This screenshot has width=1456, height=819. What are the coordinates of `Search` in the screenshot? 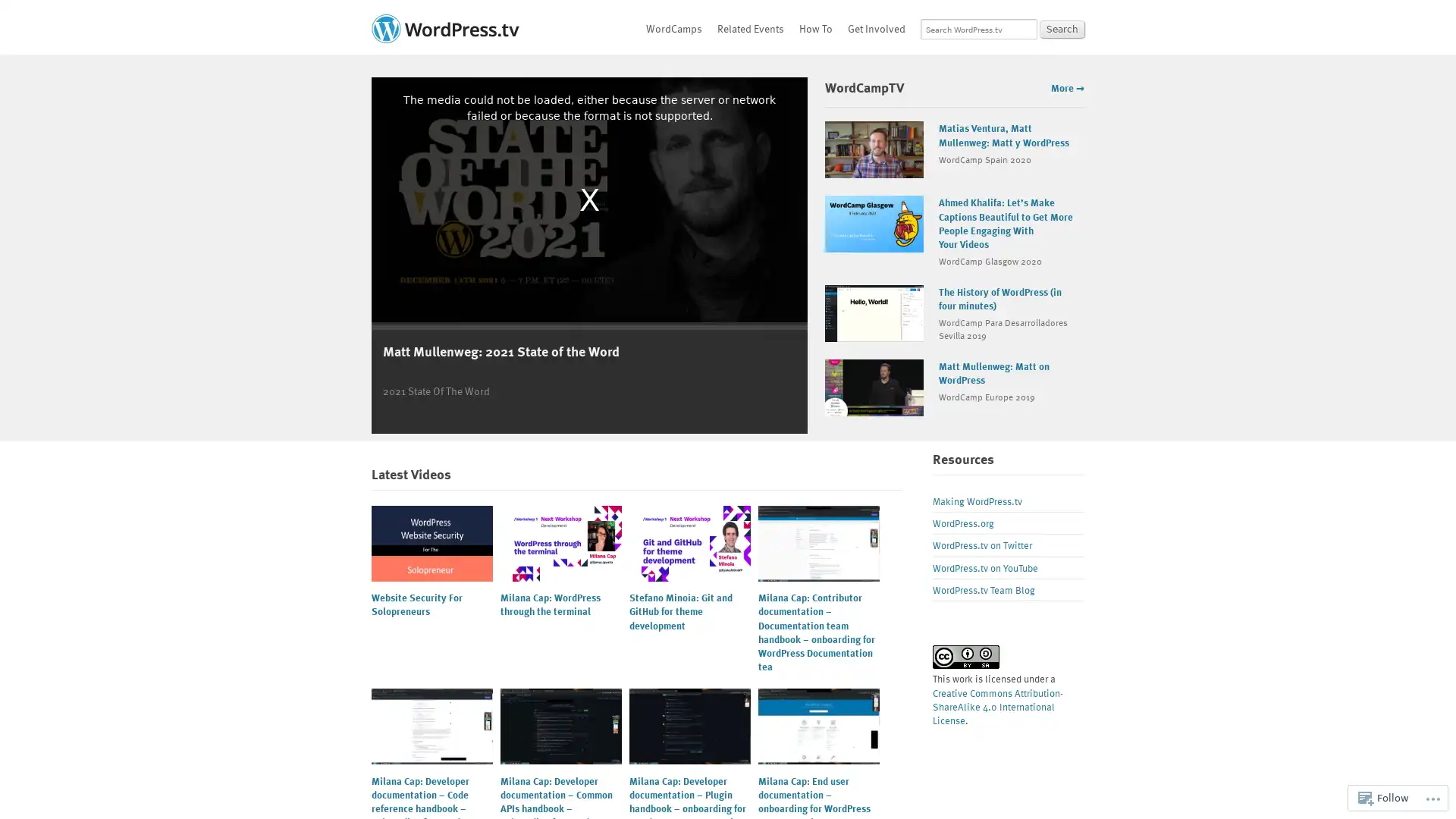 It's located at (1062, 29).